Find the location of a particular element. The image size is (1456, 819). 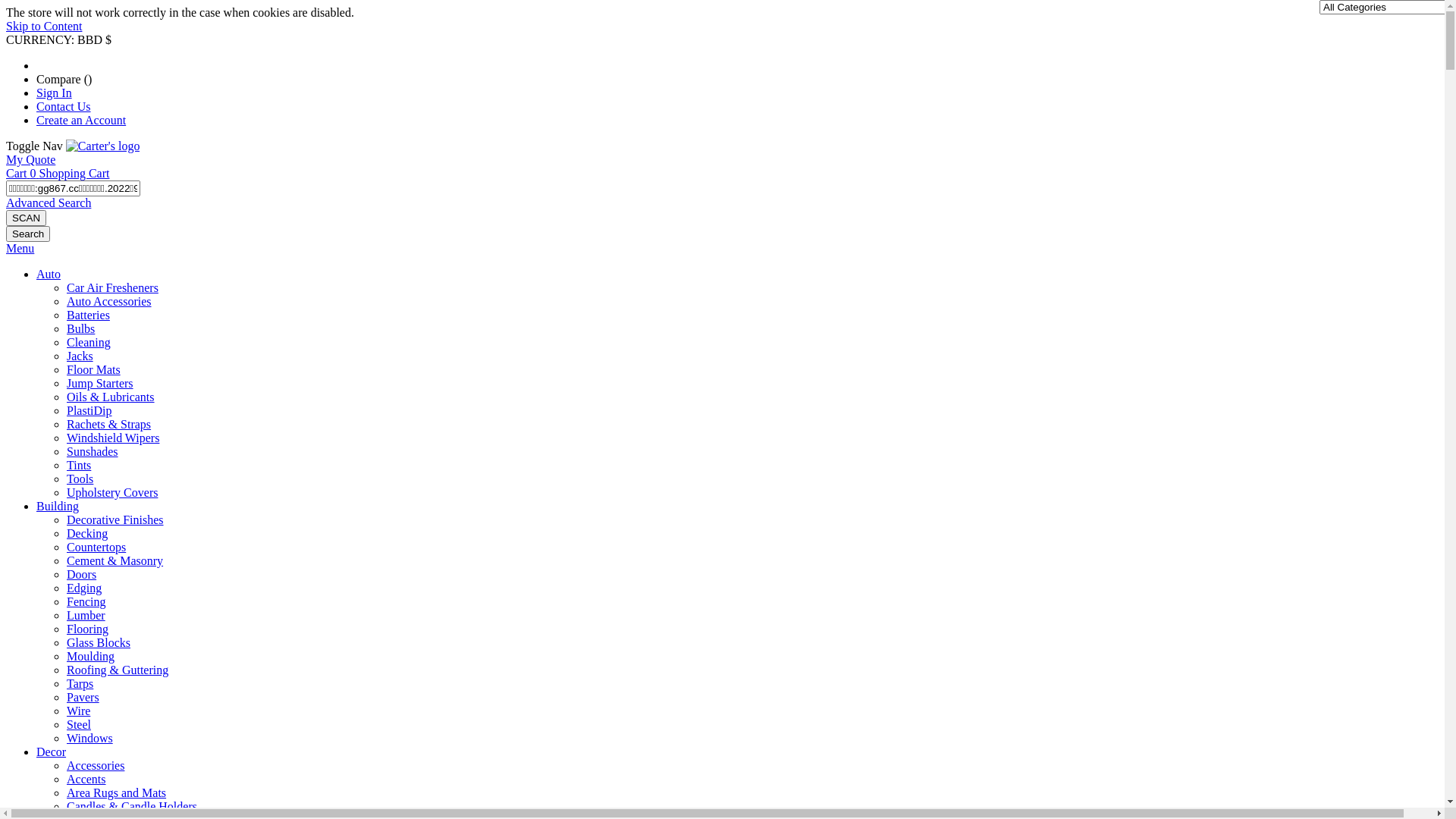

'Doors' is located at coordinates (65, 574).